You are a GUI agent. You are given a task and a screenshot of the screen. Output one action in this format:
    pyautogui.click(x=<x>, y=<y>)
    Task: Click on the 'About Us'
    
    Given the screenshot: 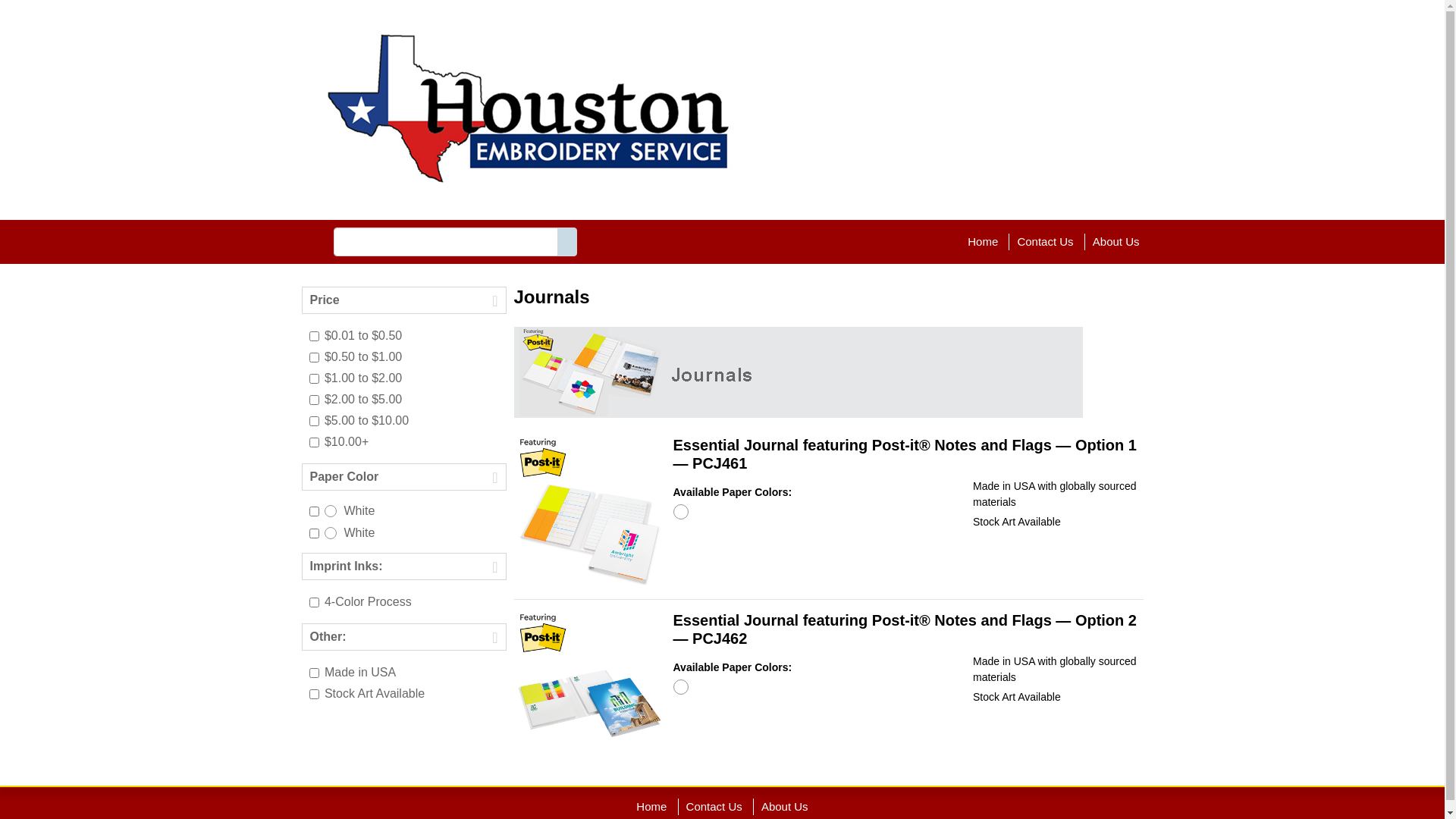 What is the action you would take?
    pyautogui.click(x=785, y=805)
    